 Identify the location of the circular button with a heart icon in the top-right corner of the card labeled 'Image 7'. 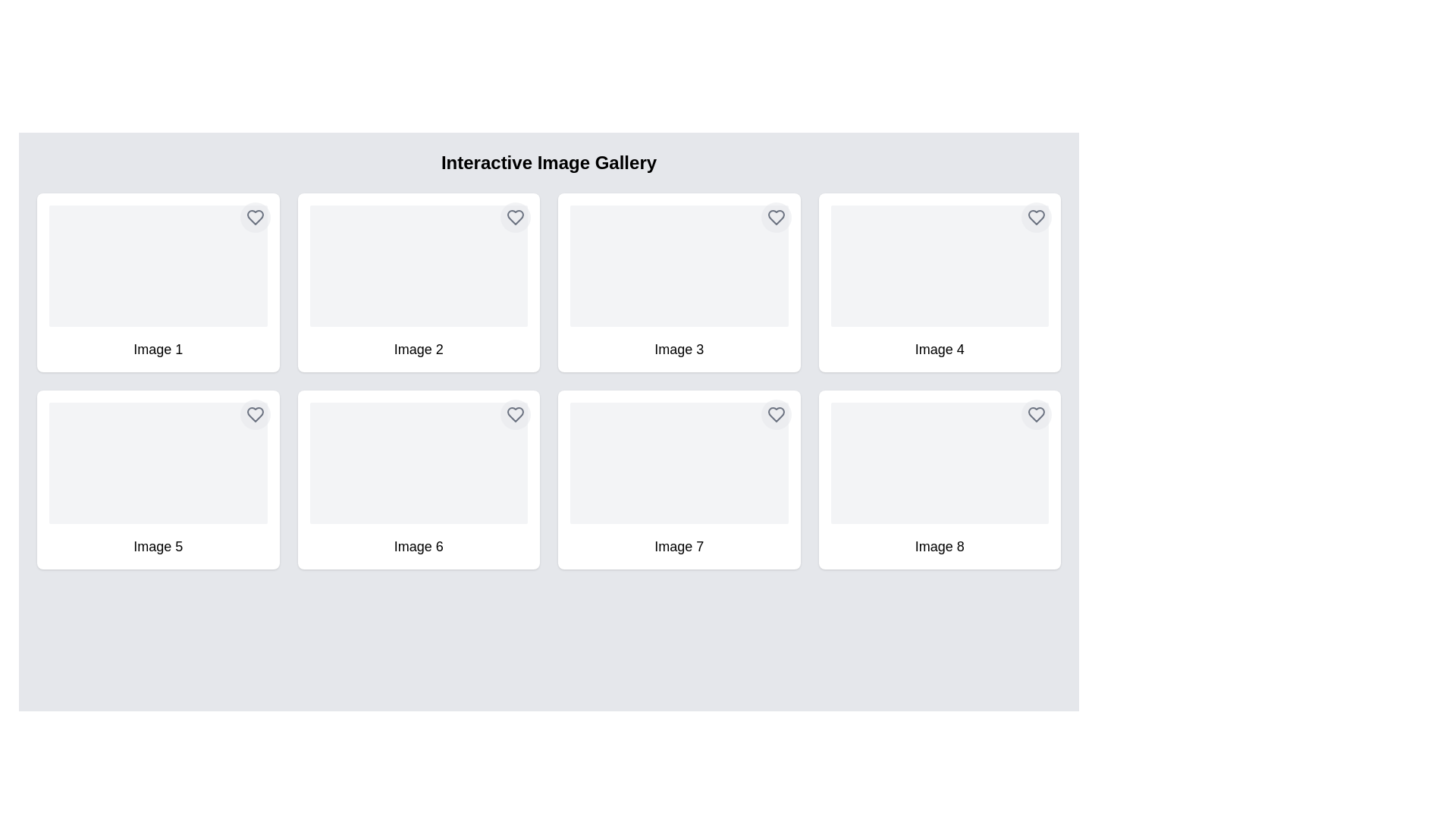
(776, 415).